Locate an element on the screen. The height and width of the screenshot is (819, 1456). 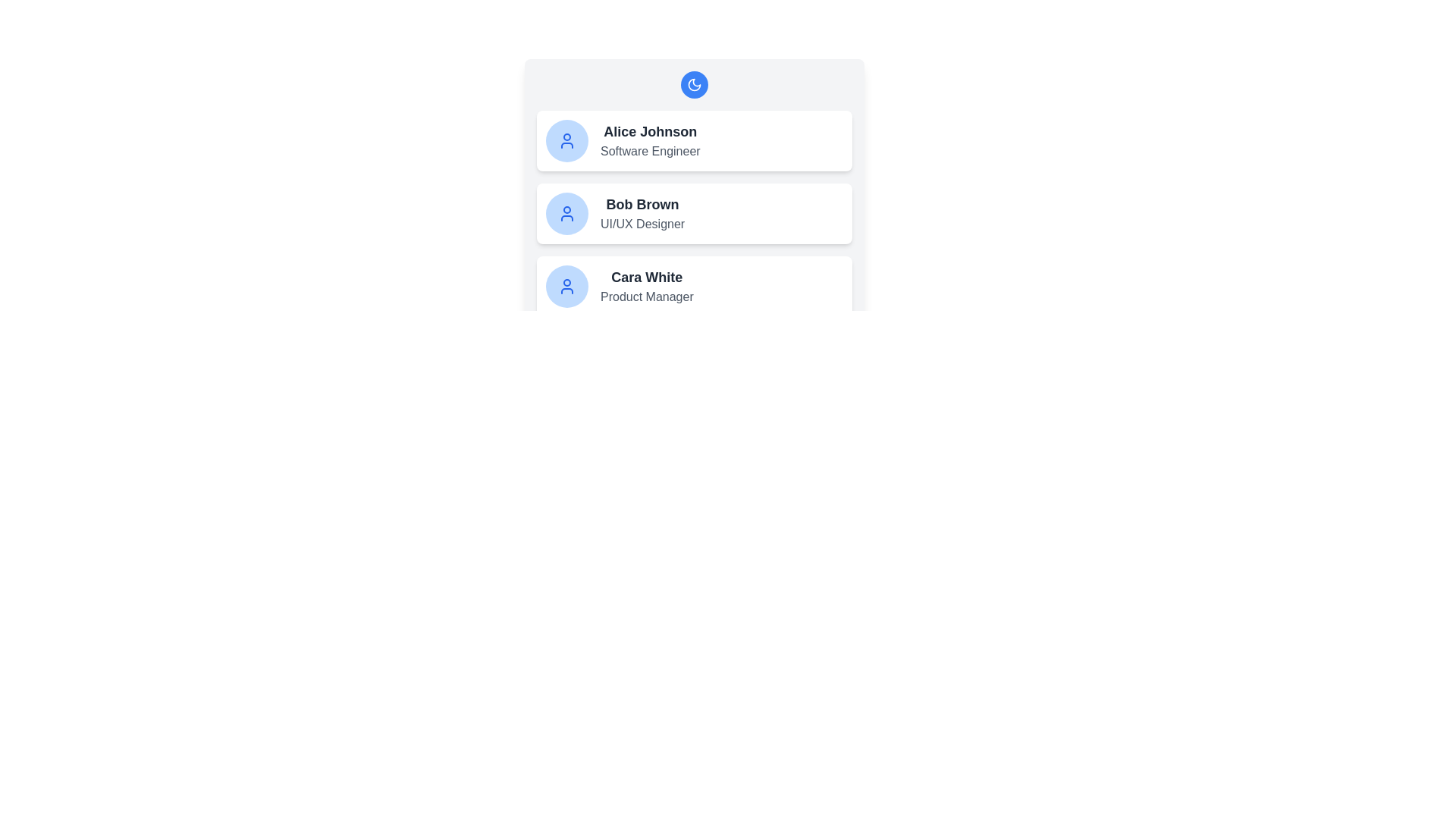
the graphical icon representing the user 'Alice Johnson' in the uppermost card of the vertical list is located at coordinates (566, 140).